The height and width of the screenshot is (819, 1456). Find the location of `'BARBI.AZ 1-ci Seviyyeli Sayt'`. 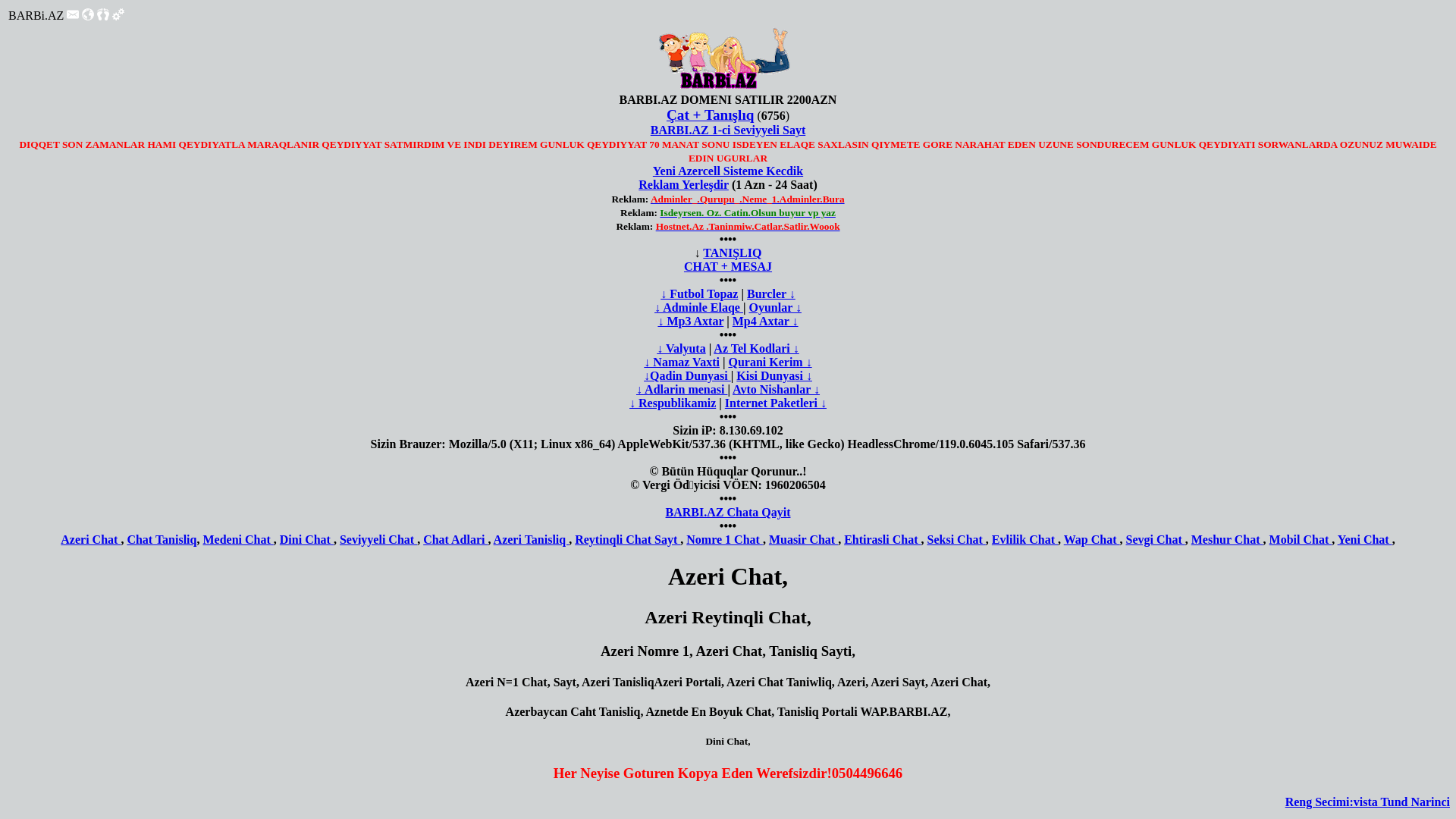

'BARBI.AZ 1-ci Seviyyeli Sayt' is located at coordinates (728, 129).